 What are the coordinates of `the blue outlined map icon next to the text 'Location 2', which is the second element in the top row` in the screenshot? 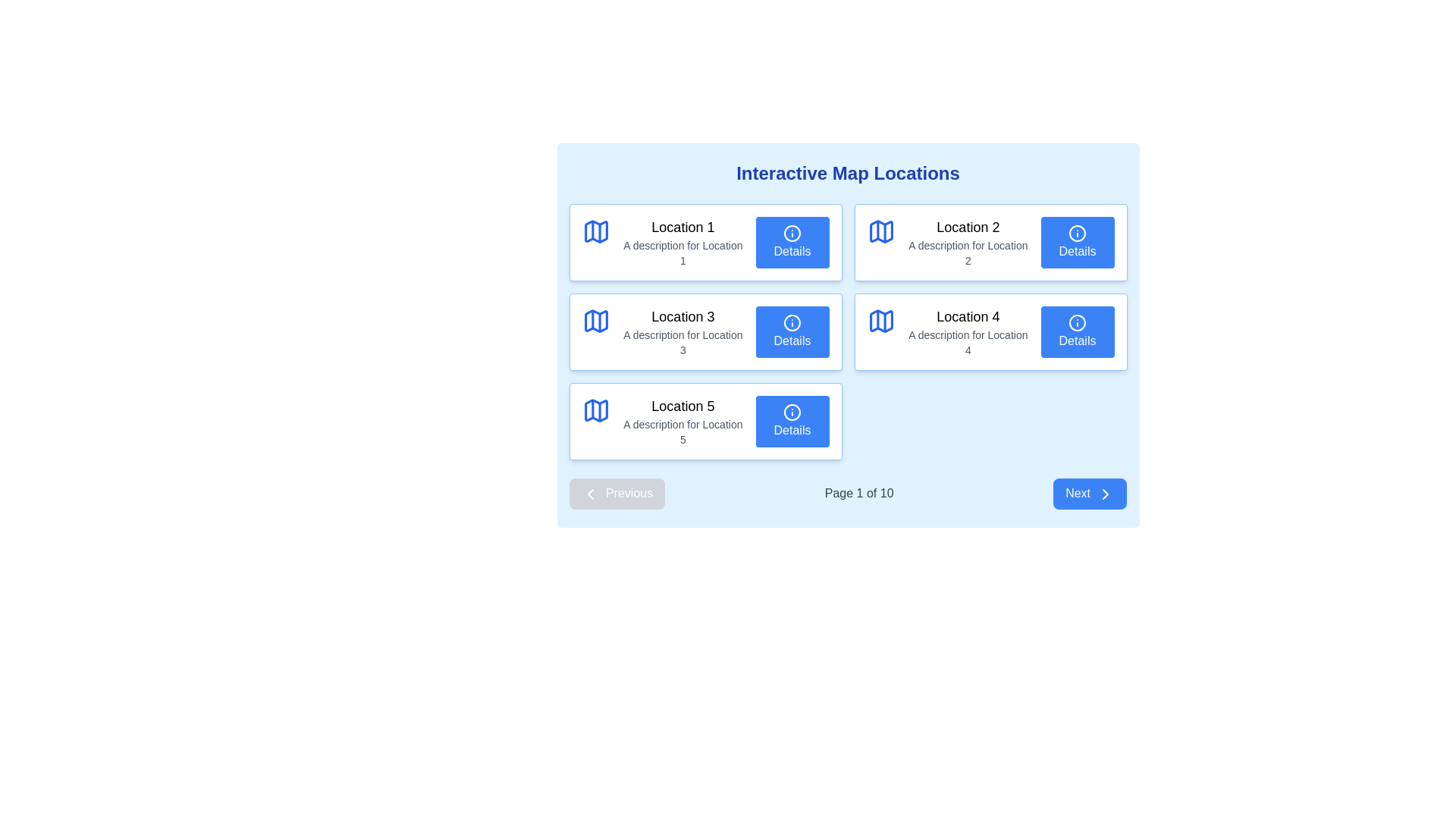 It's located at (881, 231).